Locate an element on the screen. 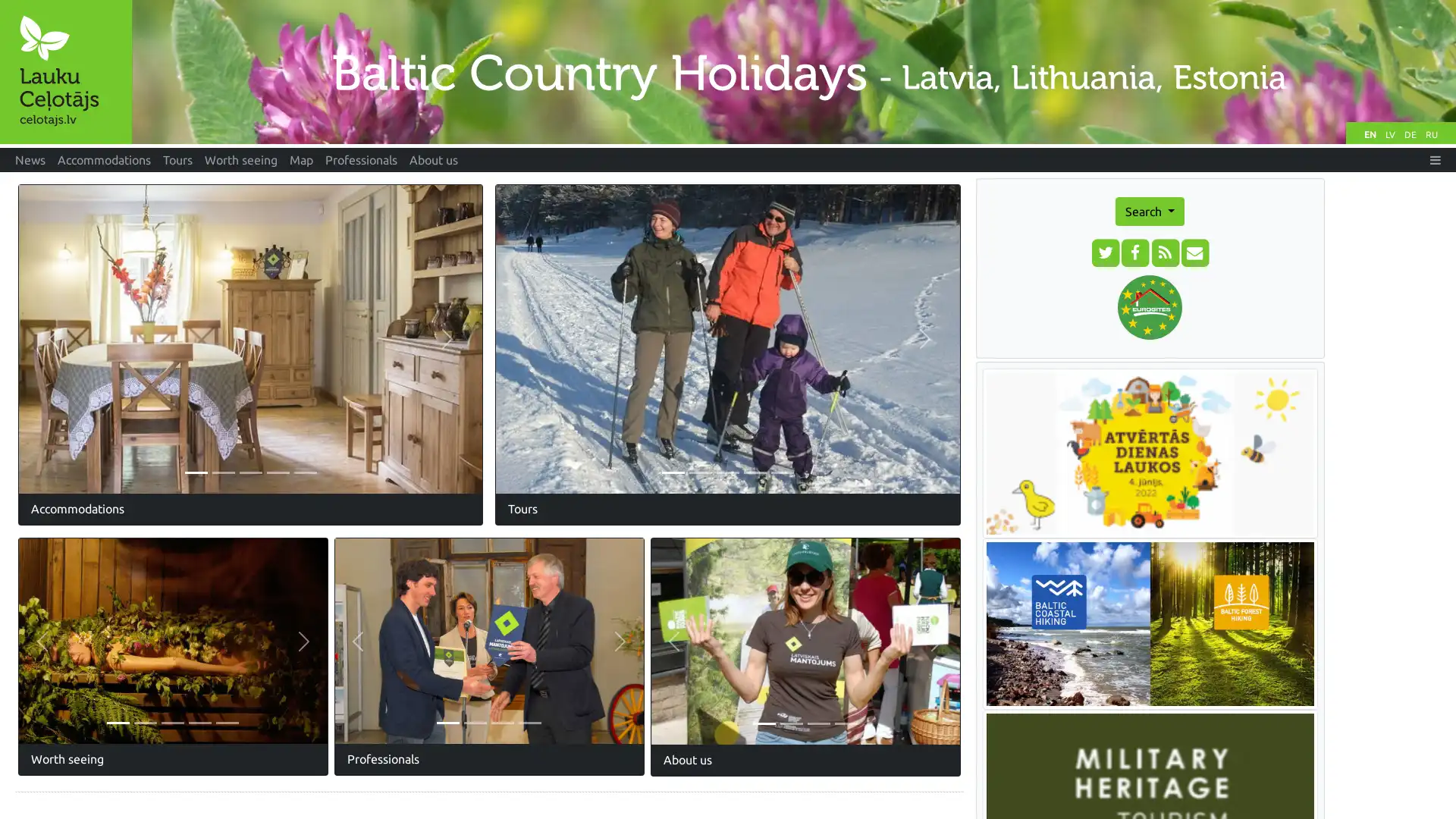 The height and width of the screenshot is (819, 1456). Next is located at coordinates (447, 338).